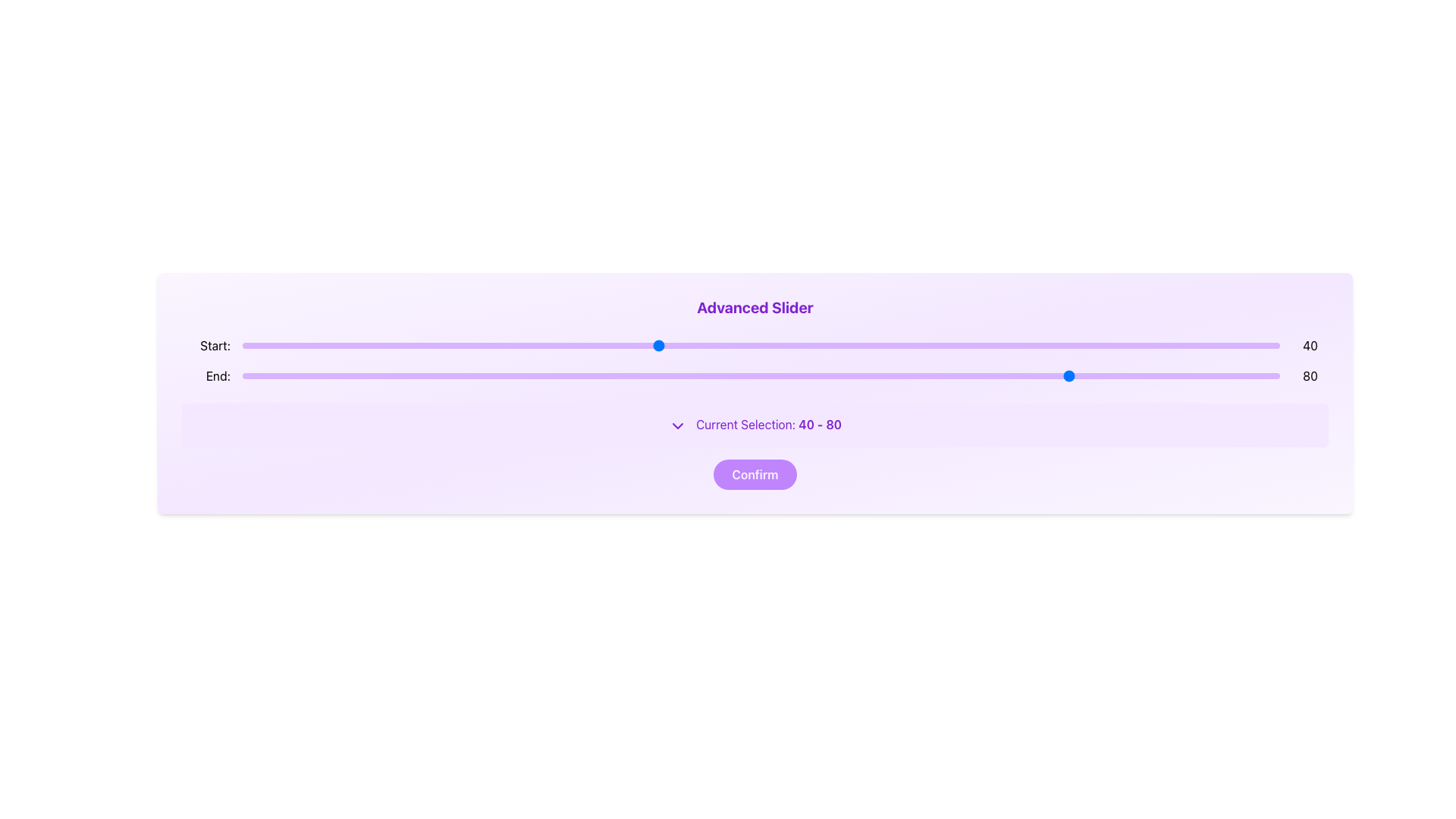 This screenshot has height=819, width=1456. Describe the element at coordinates (761, 375) in the screenshot. I see `the 'End' value` at that location.